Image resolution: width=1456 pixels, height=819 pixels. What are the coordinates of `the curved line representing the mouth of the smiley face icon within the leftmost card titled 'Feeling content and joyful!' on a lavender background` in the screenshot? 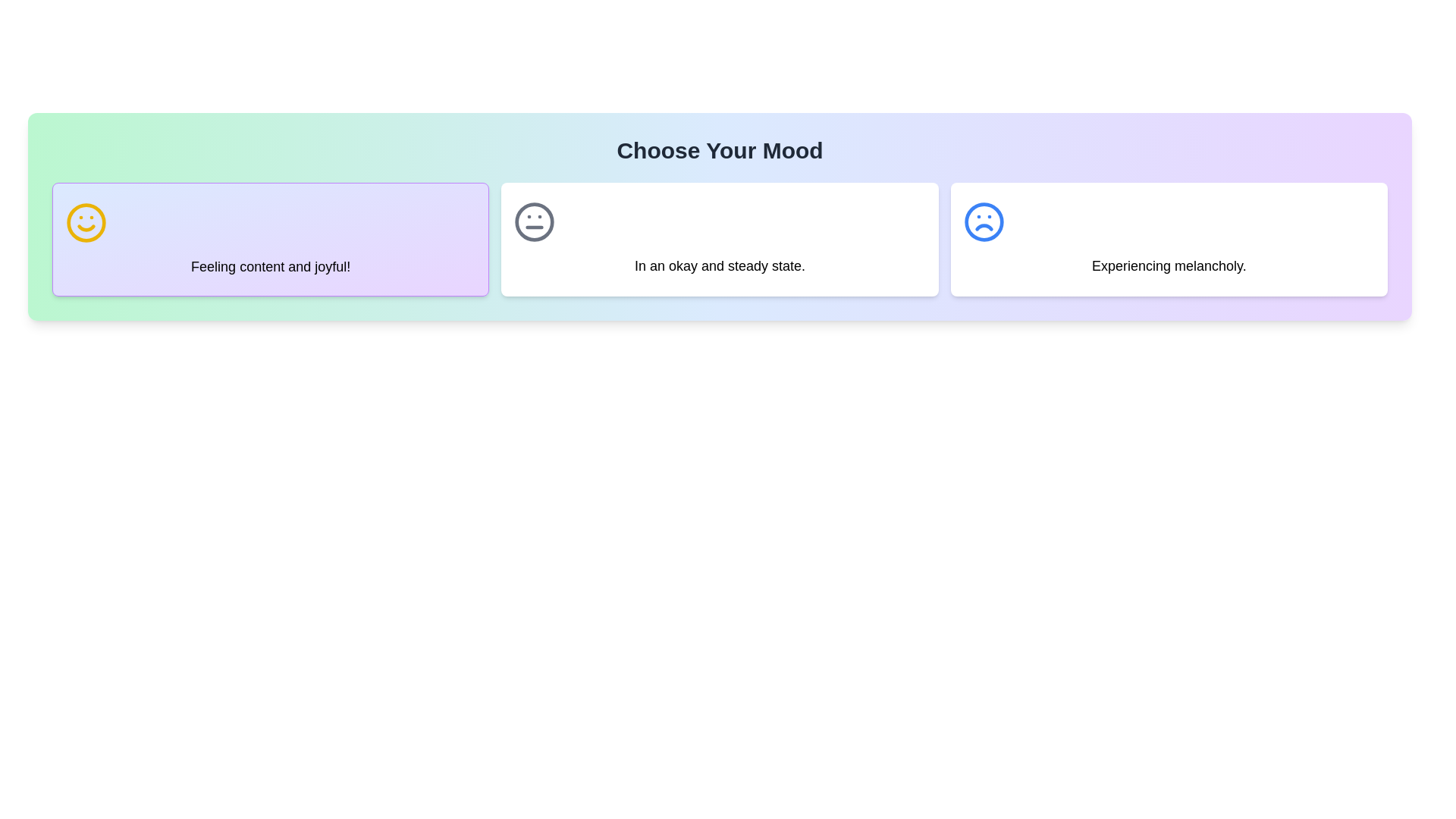 It's located at (86, 227).